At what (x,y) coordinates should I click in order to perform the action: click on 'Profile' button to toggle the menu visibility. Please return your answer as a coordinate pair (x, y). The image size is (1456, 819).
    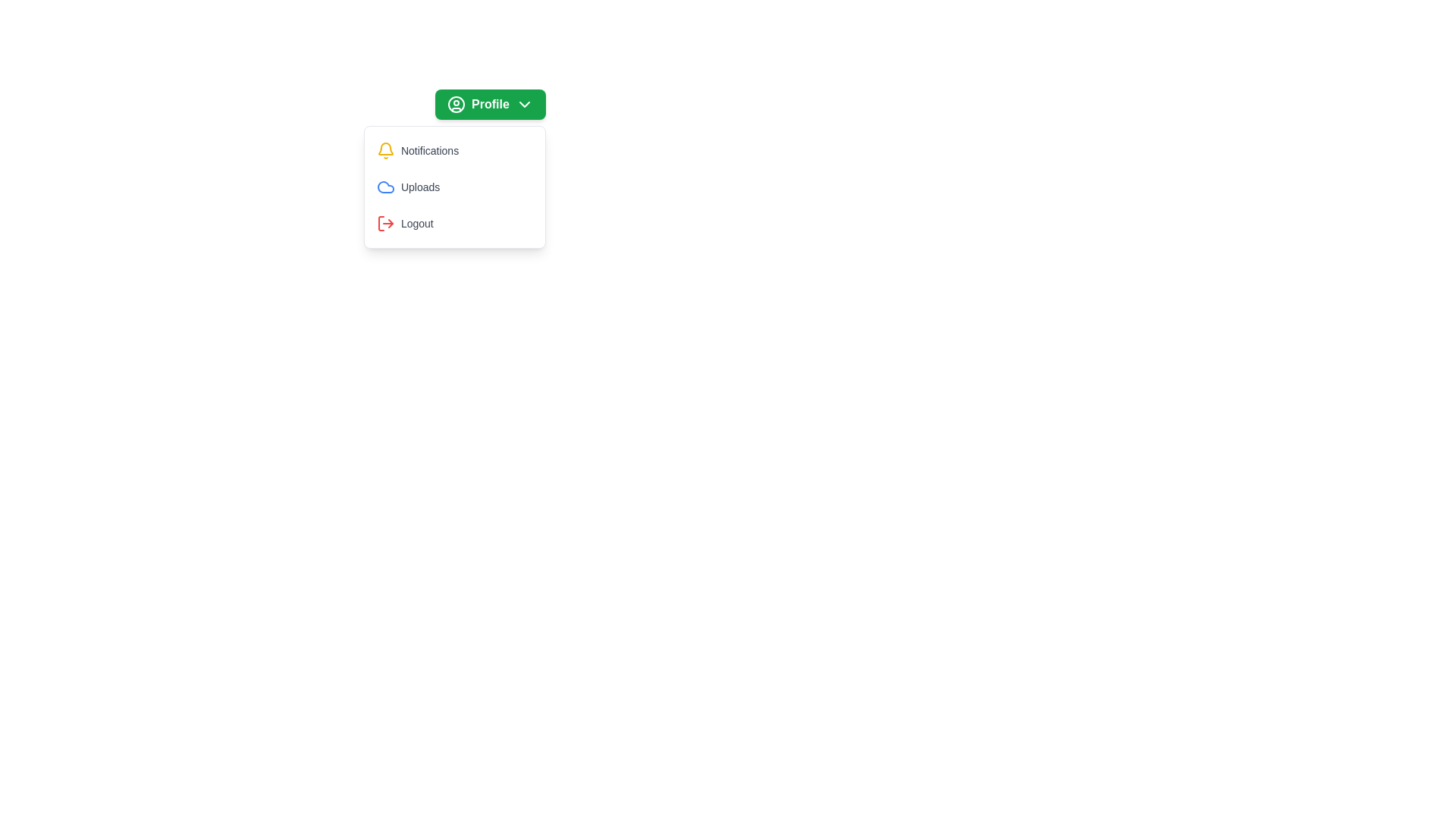
    Looking at the image, I should click on (491, 104).